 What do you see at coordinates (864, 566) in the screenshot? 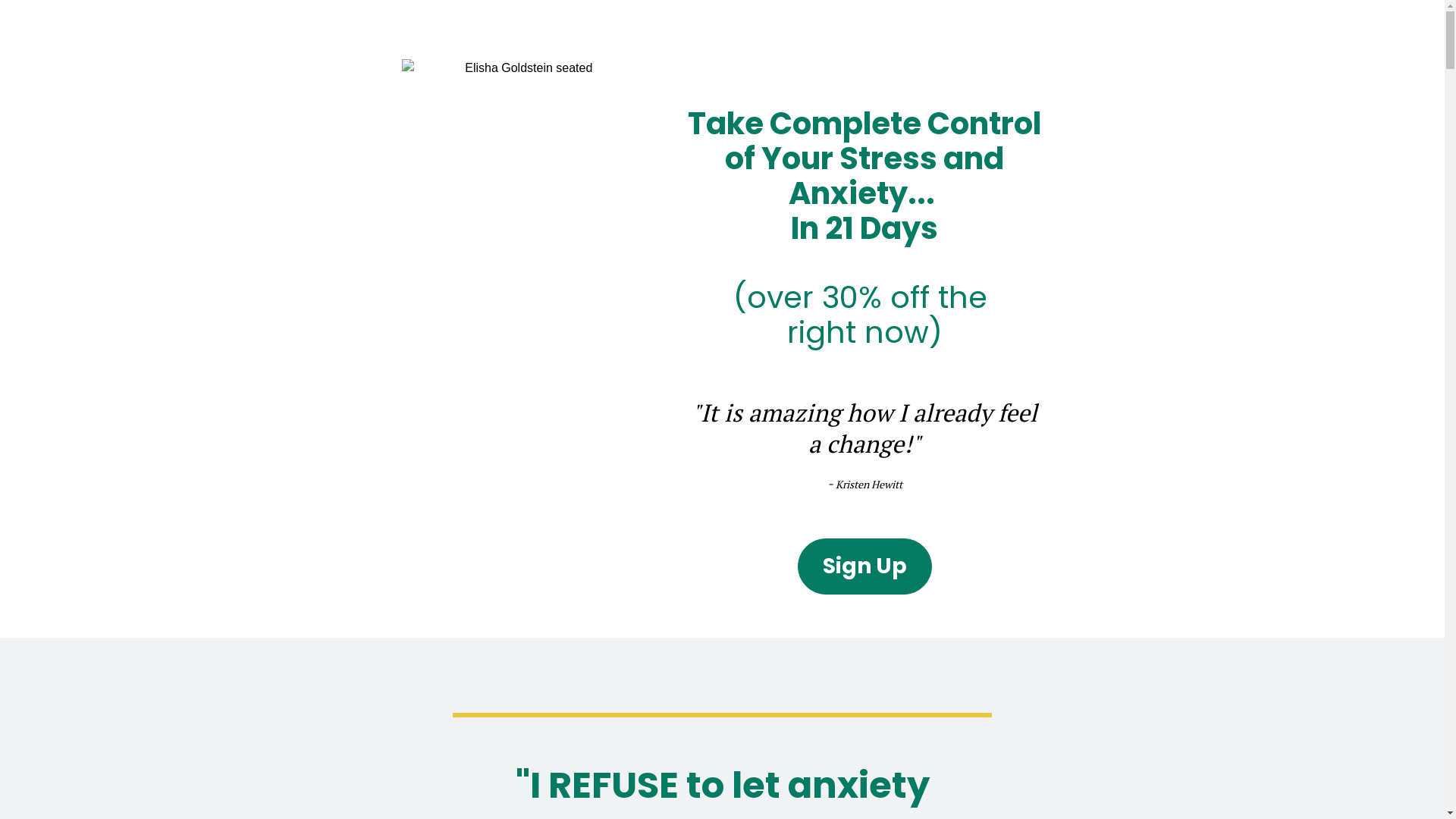
I see `'Sign Up'` at bounding box center [864, 566].